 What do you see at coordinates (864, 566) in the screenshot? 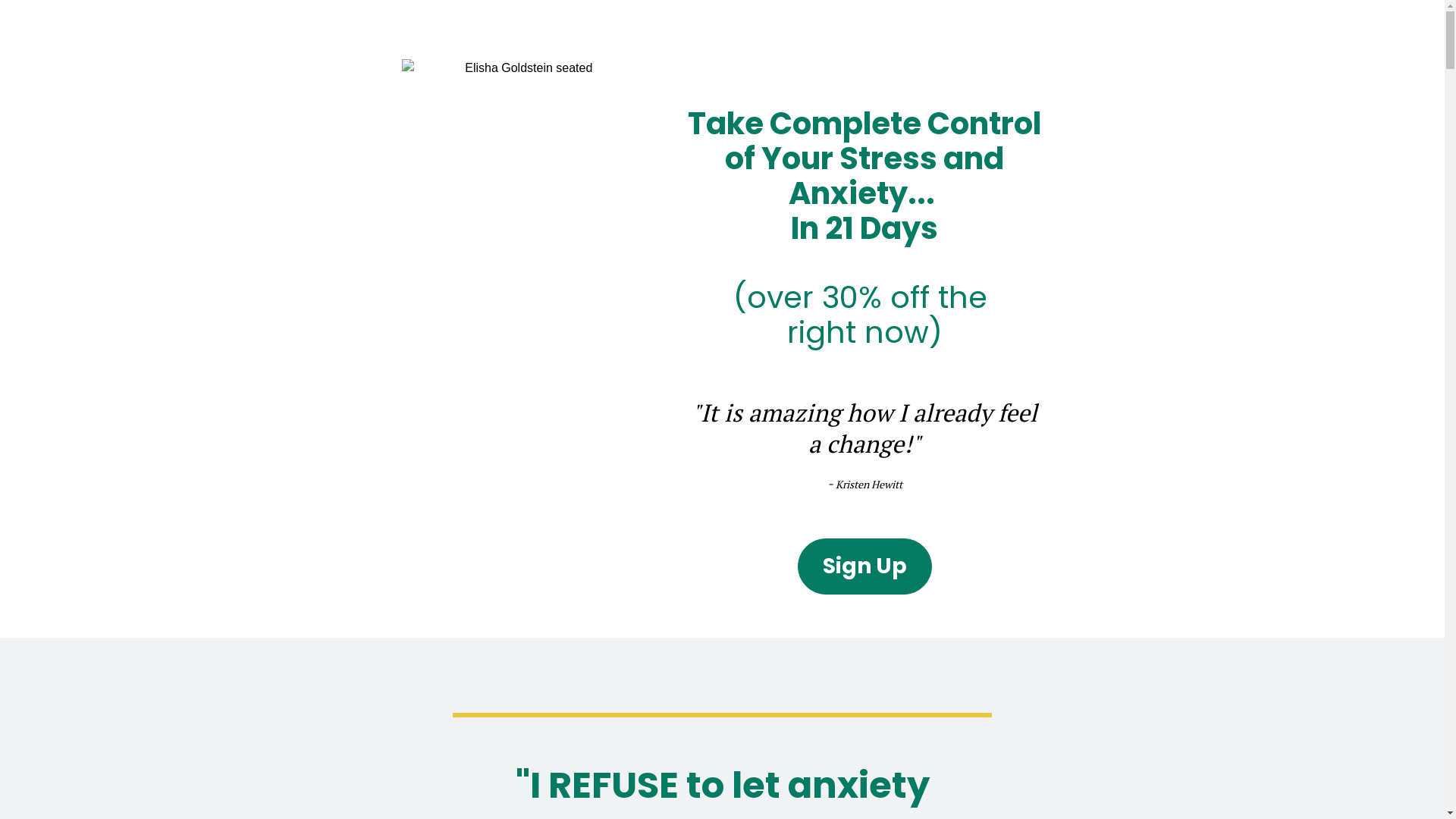
I see `'Sign Up'` at bounding box center [864, 566].